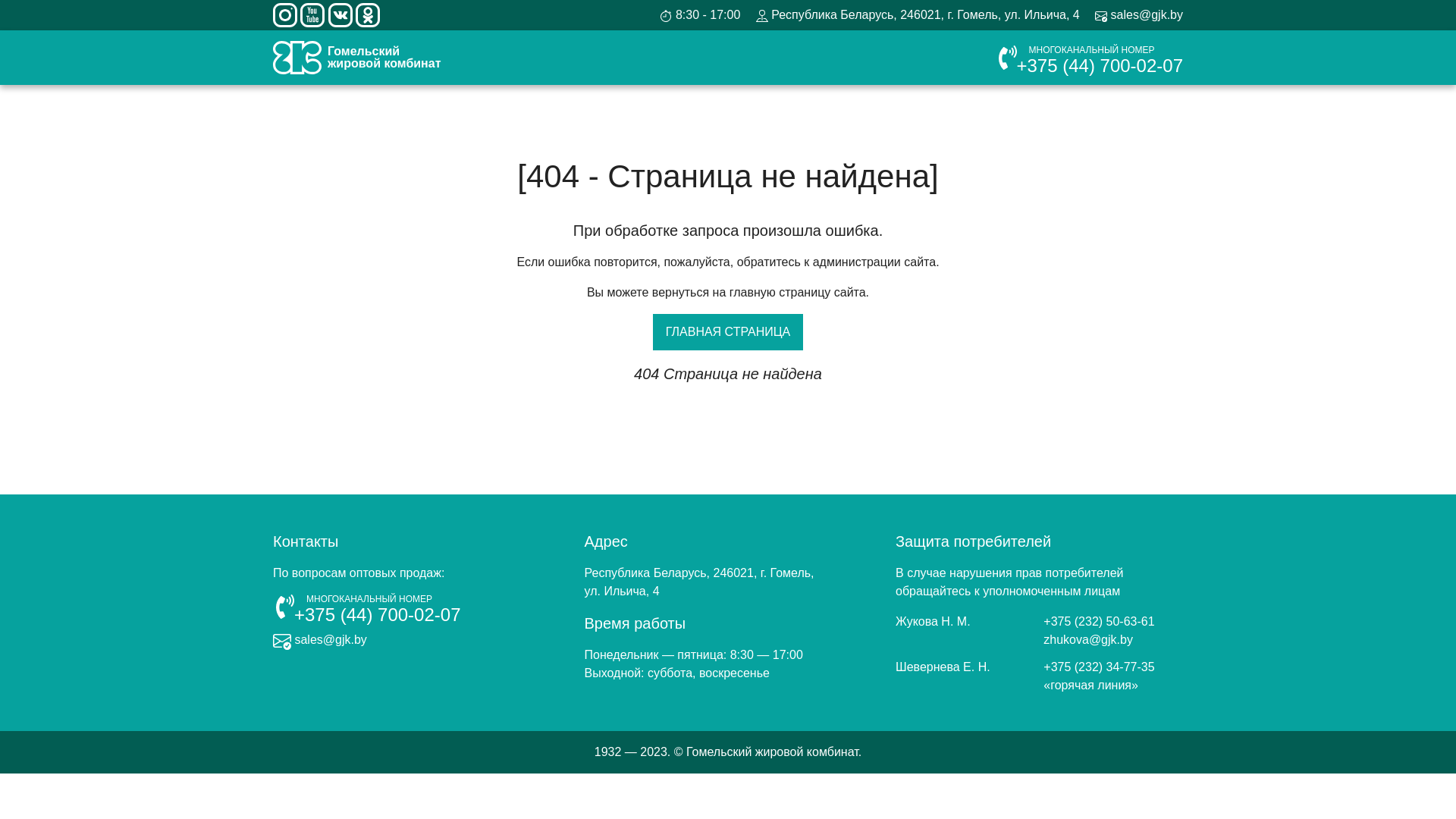 Image resolution: width=1456 pixels, height=819 pixels. I want to click on 'sales@gjk.by', so click(319, 639).